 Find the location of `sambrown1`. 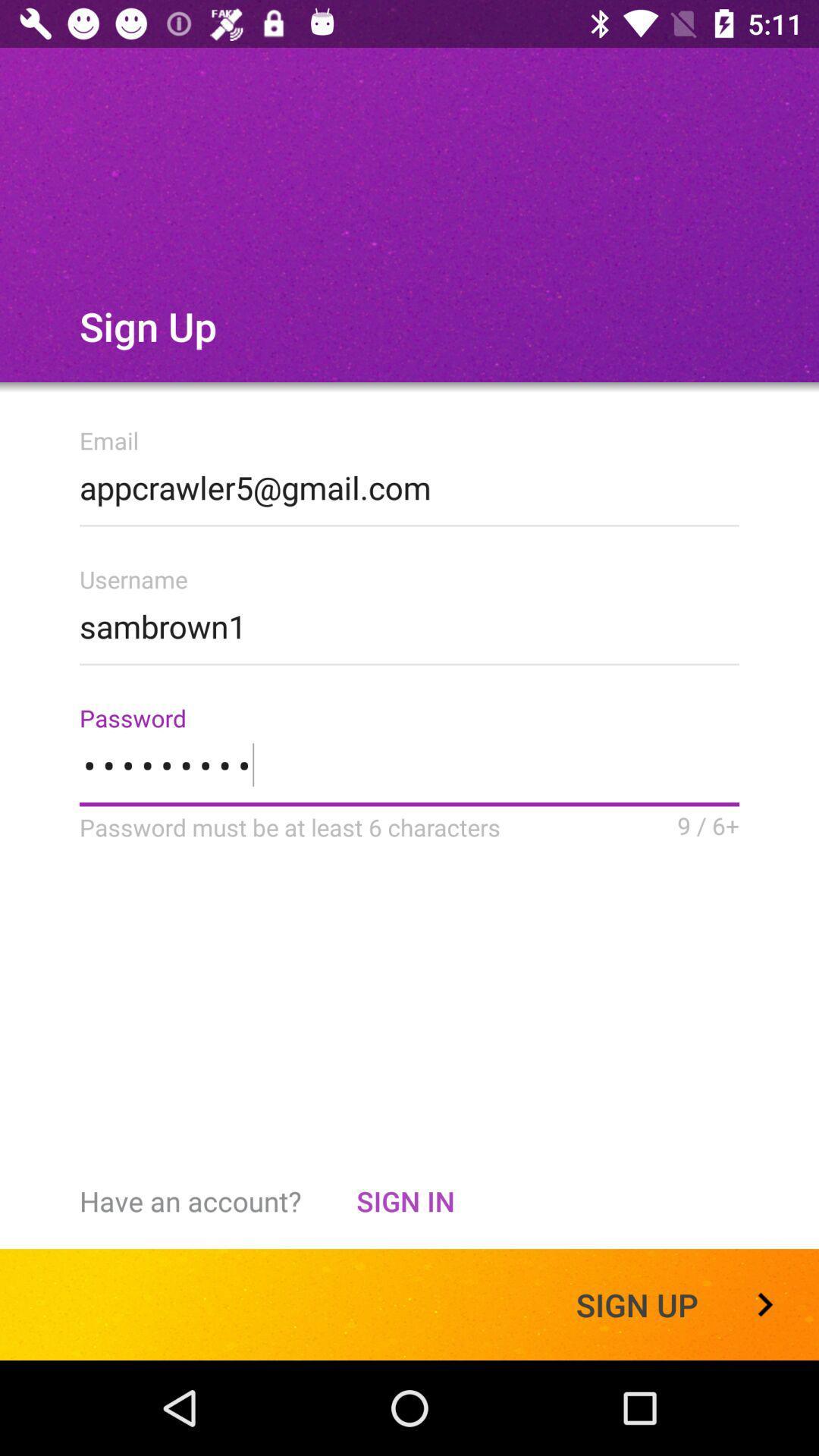

sambrown1 is located at coordinates (409, 622).